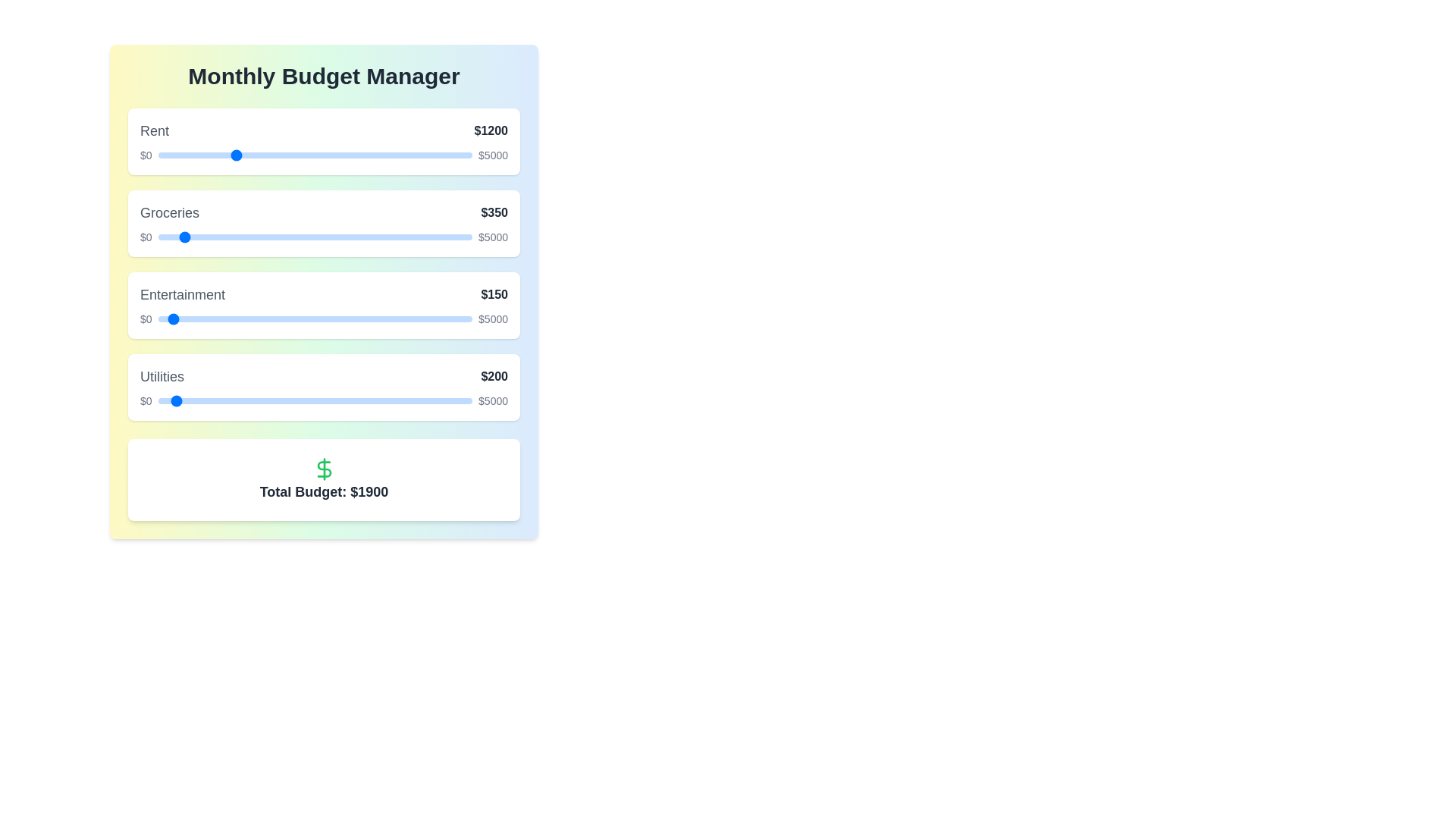 This screenshot has height=819, width=1456. Describe the element at coordinates (323, 400) in the screenshot. I see `the slider input for the Utilities budget, located directly below the title 'Utilities' and the text '$200'` at that location.